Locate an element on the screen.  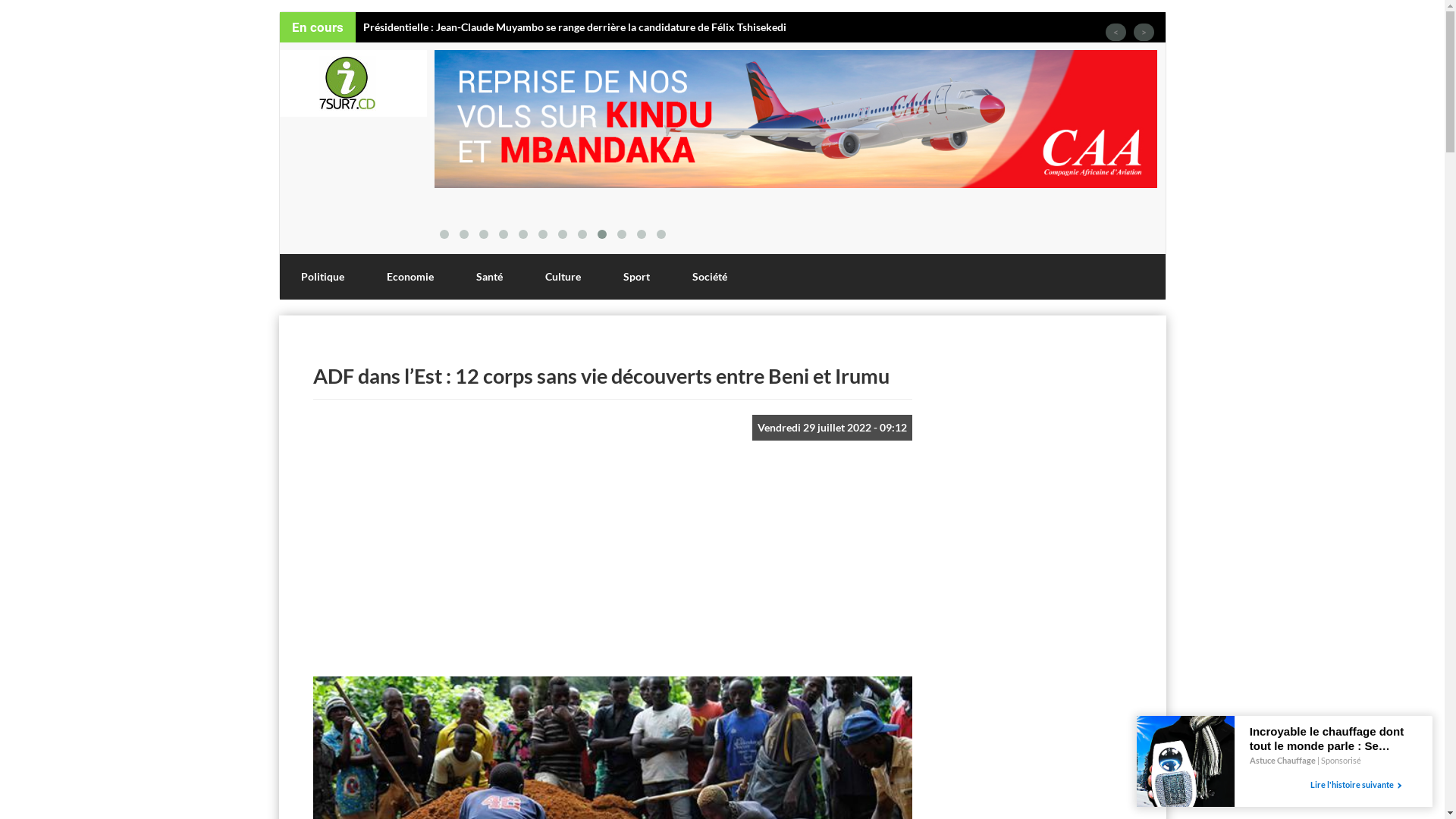
'Accueil' is located at coordinates (352, 83).